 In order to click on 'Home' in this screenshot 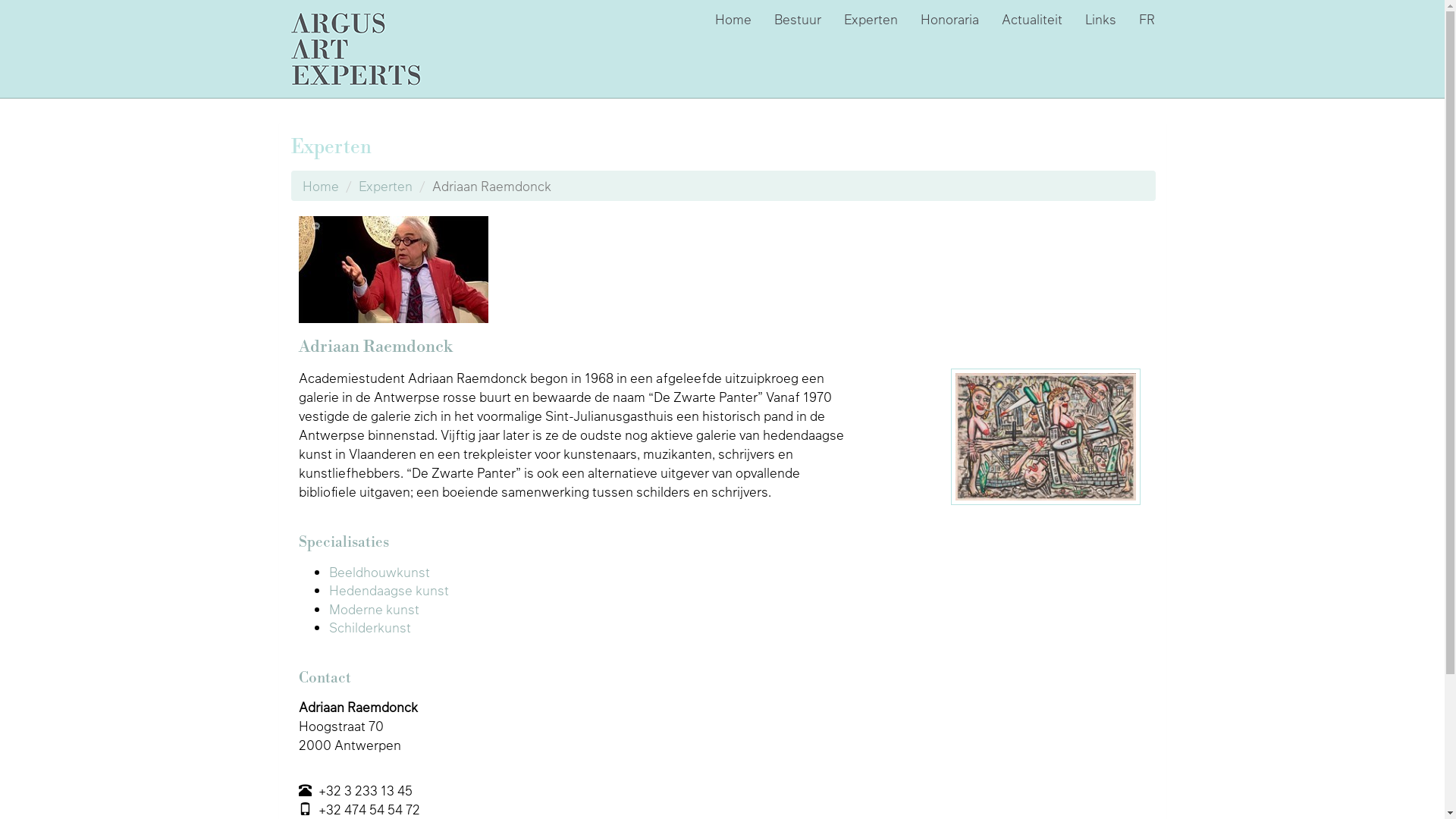, I will do `click(319, 184)`.